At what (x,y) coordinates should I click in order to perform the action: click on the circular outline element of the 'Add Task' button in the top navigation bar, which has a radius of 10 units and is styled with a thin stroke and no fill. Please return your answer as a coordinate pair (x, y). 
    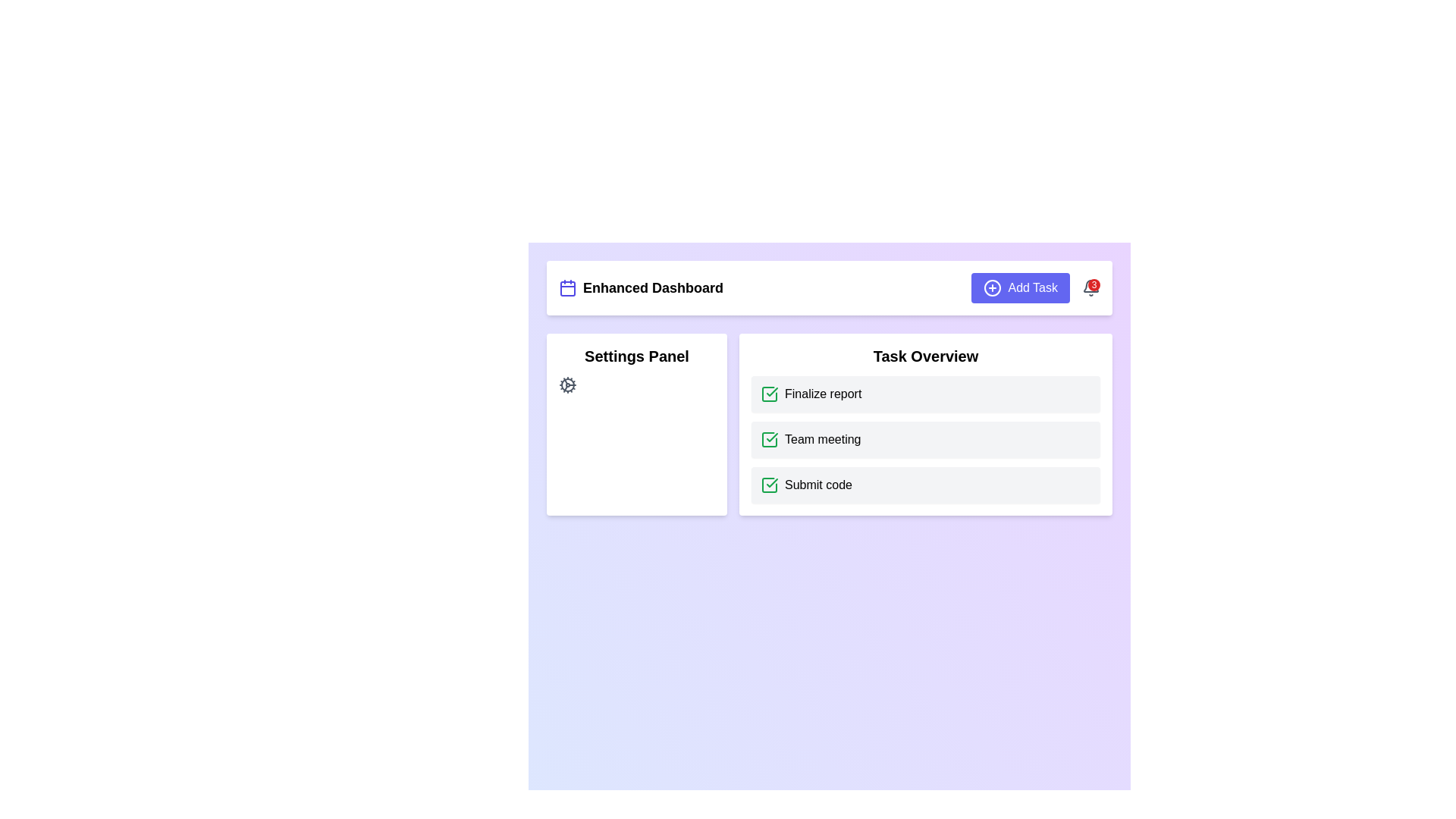
    Looking at the image, I should click on (993, 288).